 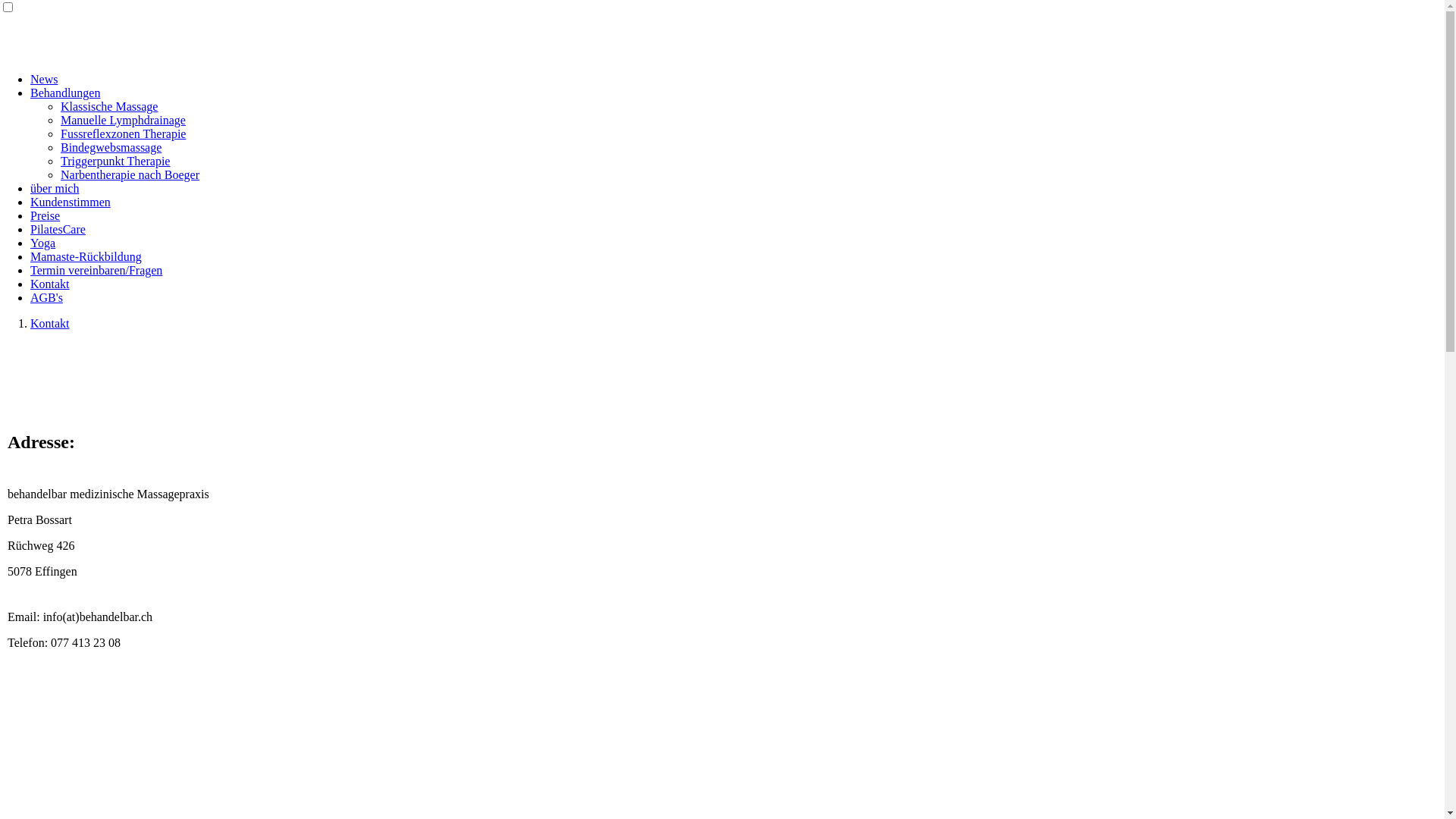 What do you see at coordinates (61, 147) in the screenshot?
I see `'Bindegwebsmassage'` at bounding box center [61, 147].